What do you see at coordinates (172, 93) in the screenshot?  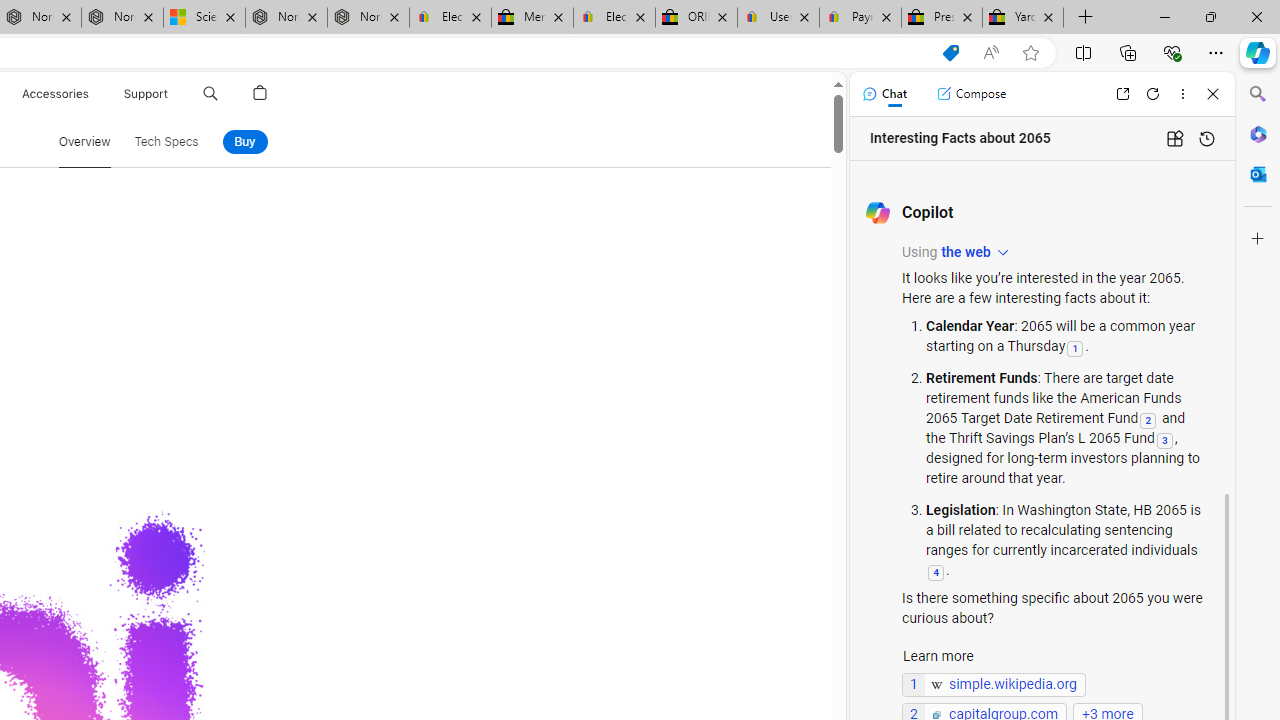 I see `'Class: globalnav-submenu-trigger-item'` at bounding box center [172, 93].